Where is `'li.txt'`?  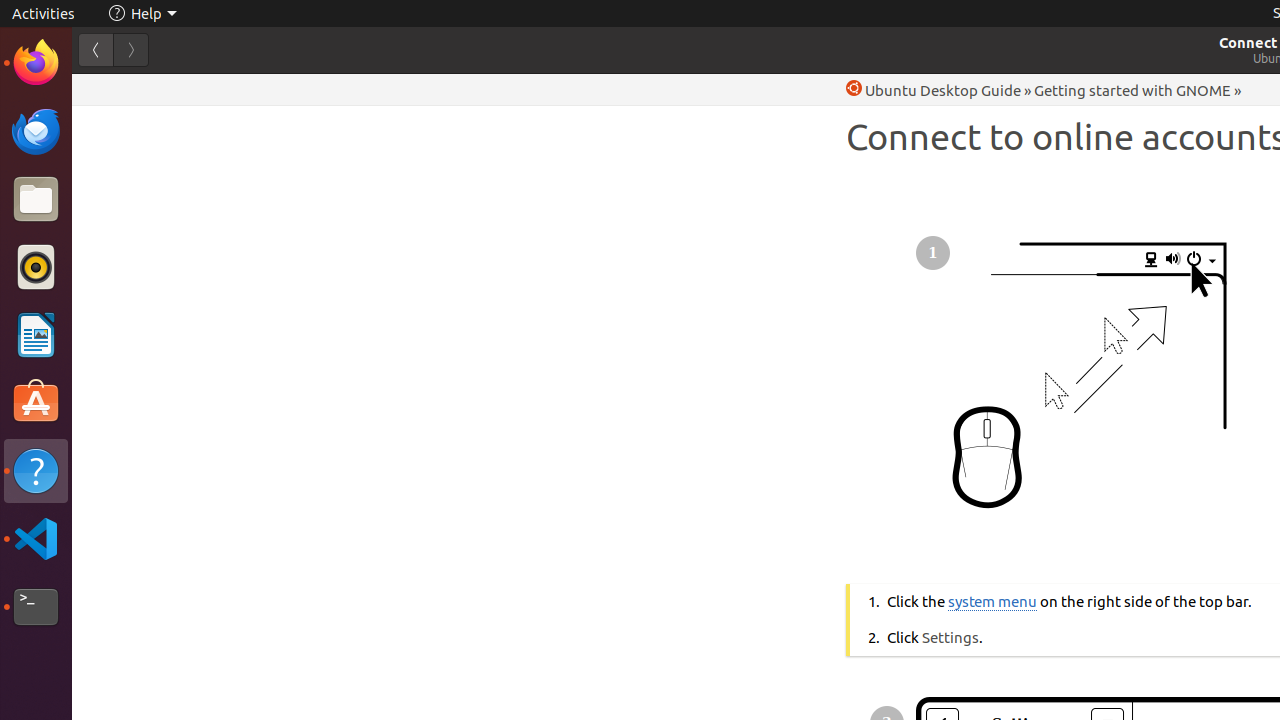
'li.txt' is located at coordinates (257, 88).